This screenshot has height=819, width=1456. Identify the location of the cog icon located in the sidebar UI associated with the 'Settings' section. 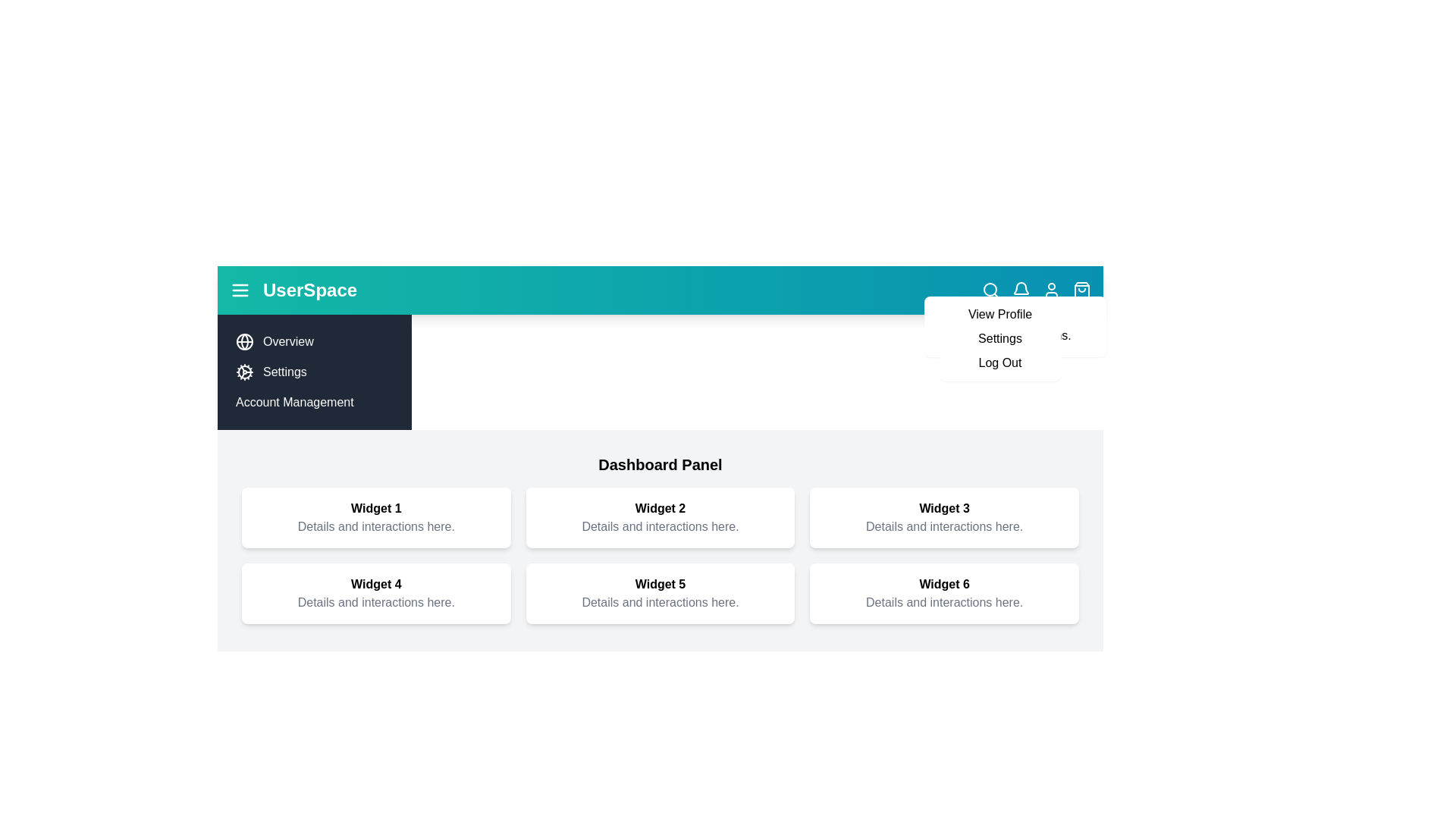
(244, 372).